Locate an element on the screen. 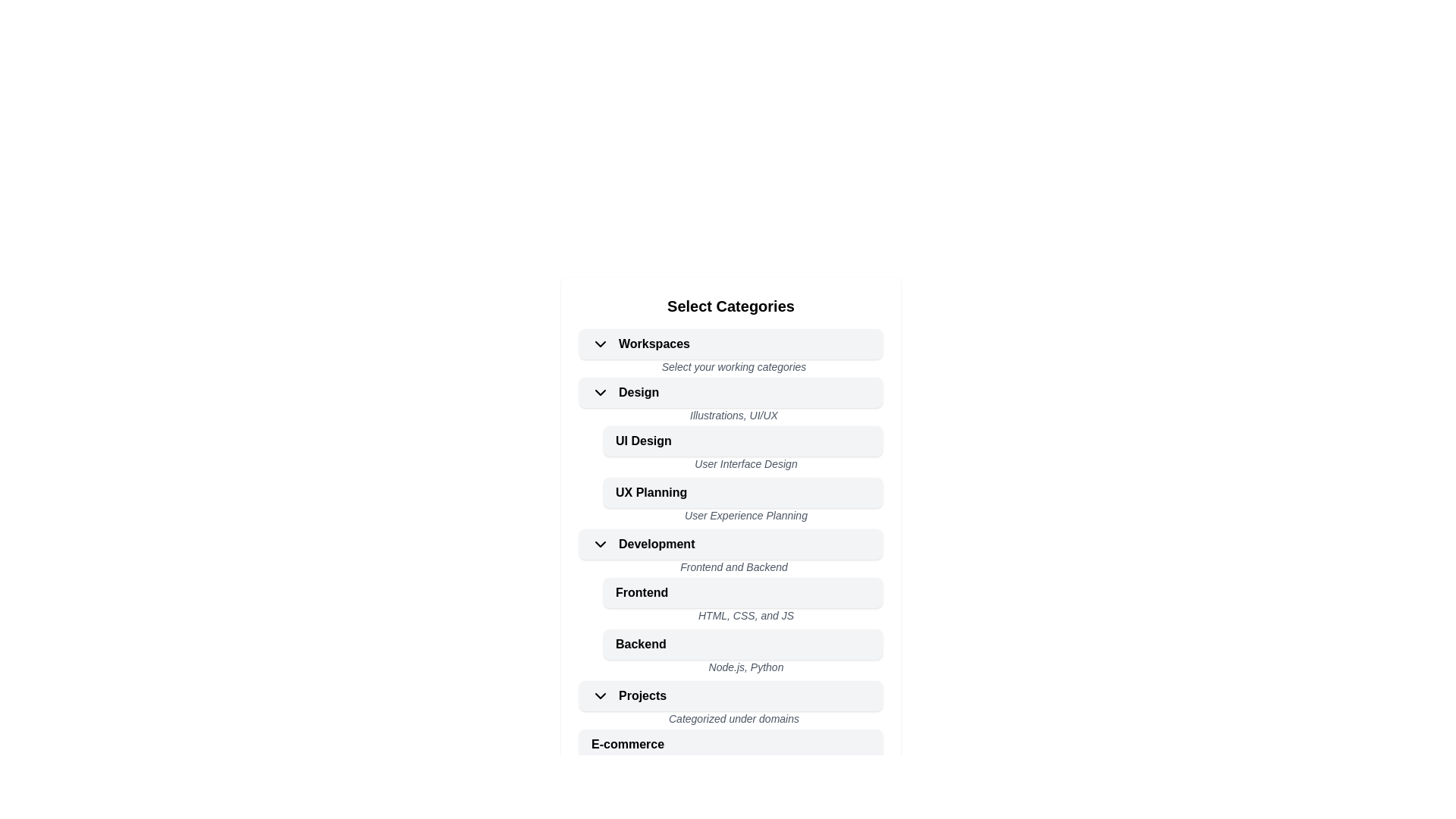 This screenshot has width=1456, height=819. the position of the Text Display Area that serves as a descriptive label for 'Frontend' development, located in the 'Development' section, above the 'Backend' entry is located at coordinates (731, 601).